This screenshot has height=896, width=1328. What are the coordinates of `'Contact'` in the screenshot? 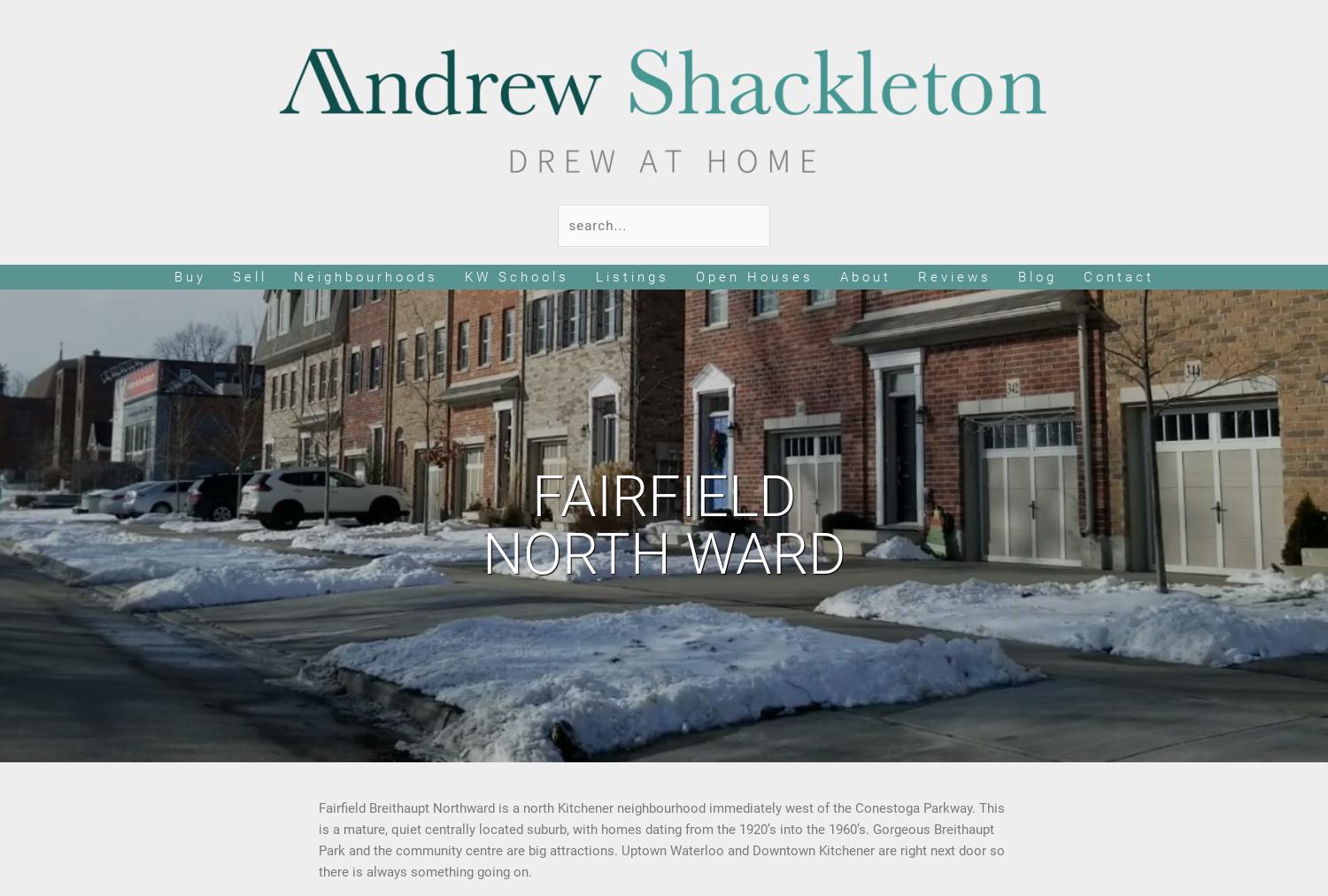 It's located at (1081, 276).